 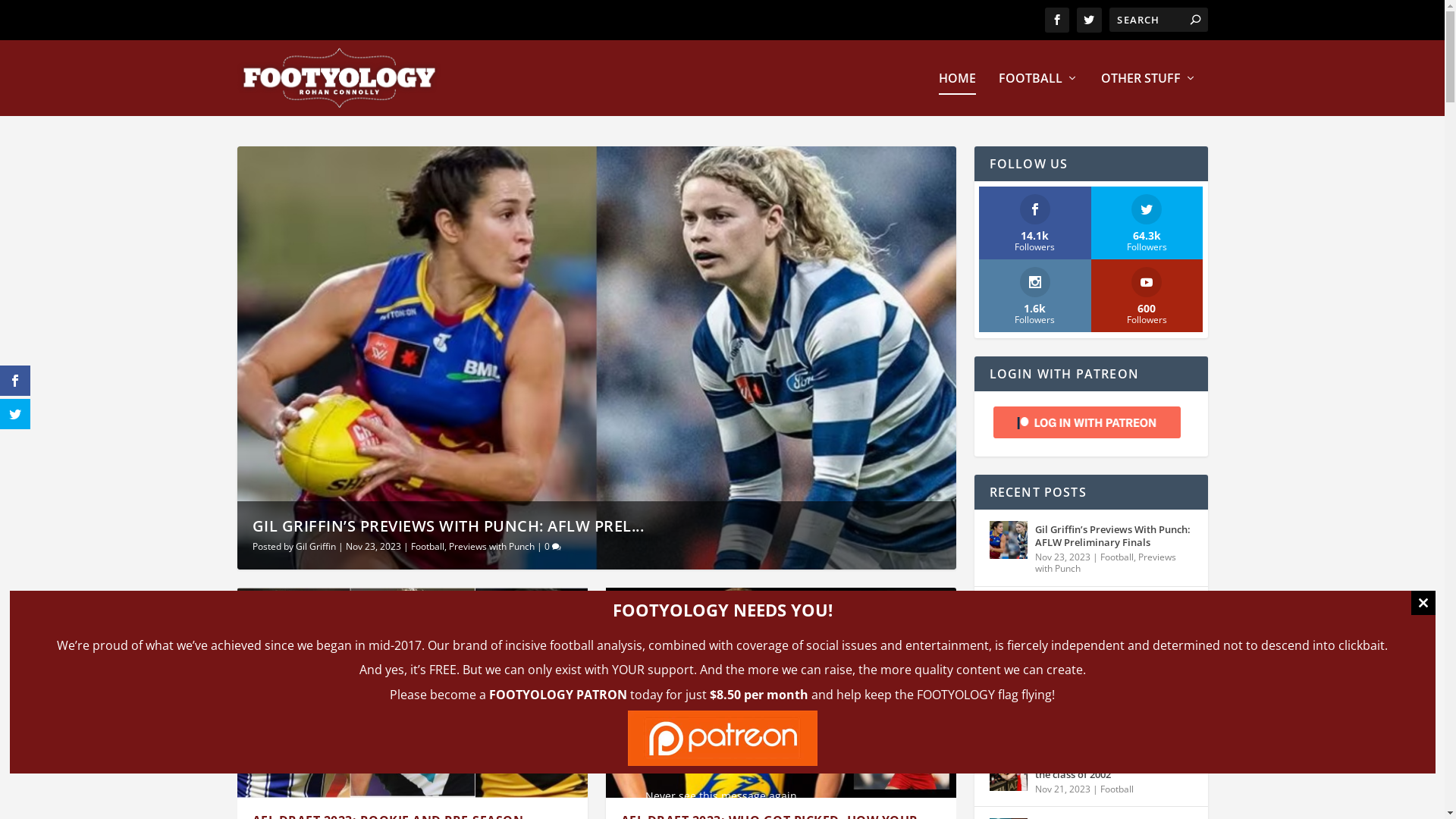 I want to click on '0', so click(x=552, y=546).